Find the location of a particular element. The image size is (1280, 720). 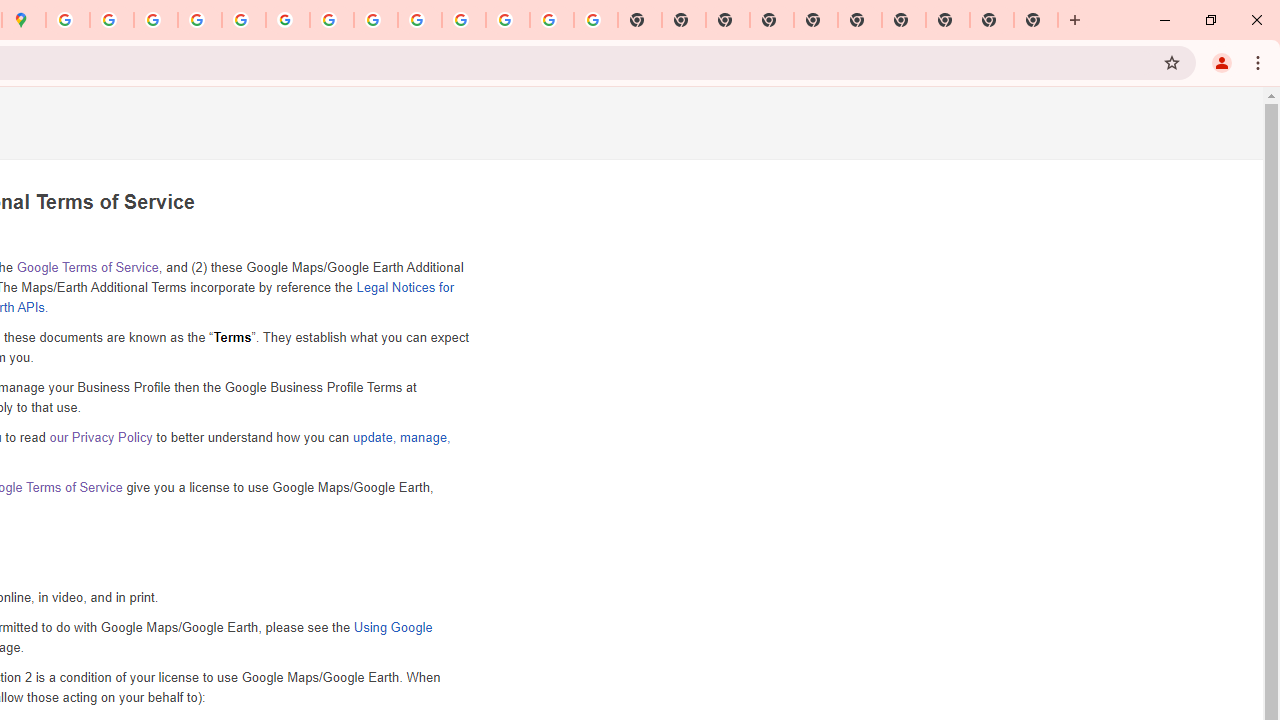

'You' is located at coordinates (1220, 61).